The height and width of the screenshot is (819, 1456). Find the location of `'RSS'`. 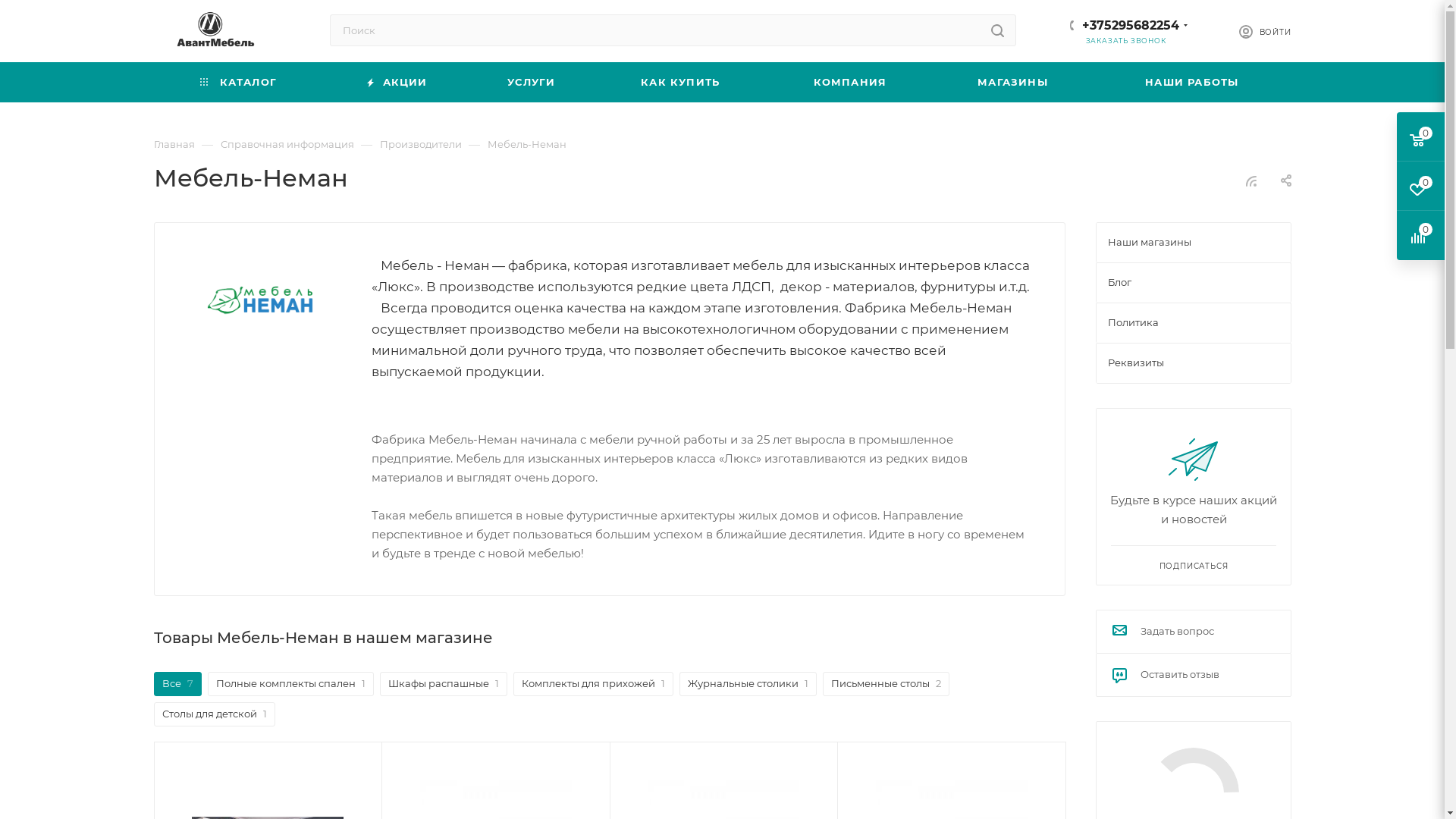

'RSS' is located at coordinates (1251, 180).